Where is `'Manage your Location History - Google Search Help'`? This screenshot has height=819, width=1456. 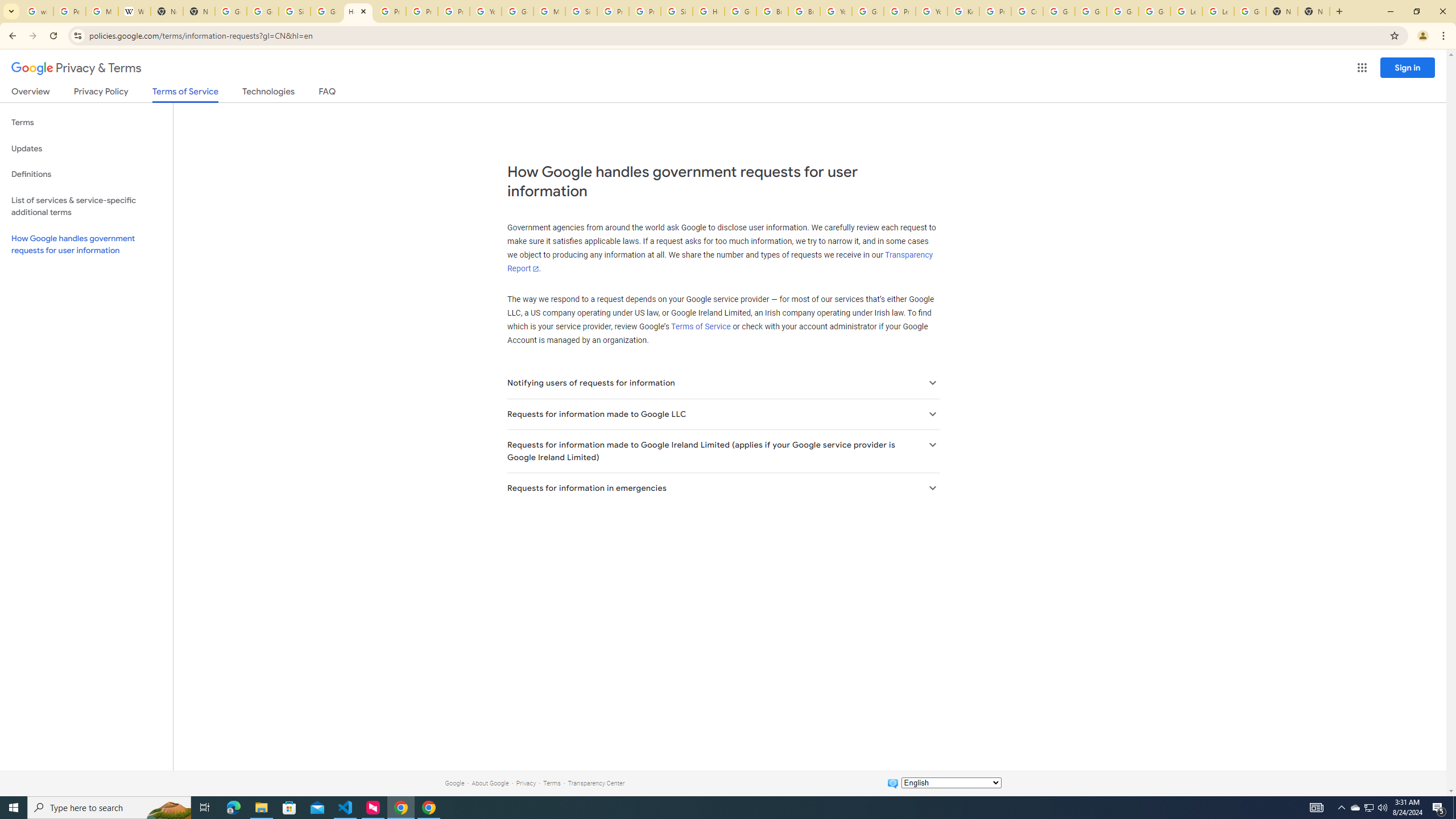
'Manage your Location History - Google Search Help' is located at coordinates (102, 11).